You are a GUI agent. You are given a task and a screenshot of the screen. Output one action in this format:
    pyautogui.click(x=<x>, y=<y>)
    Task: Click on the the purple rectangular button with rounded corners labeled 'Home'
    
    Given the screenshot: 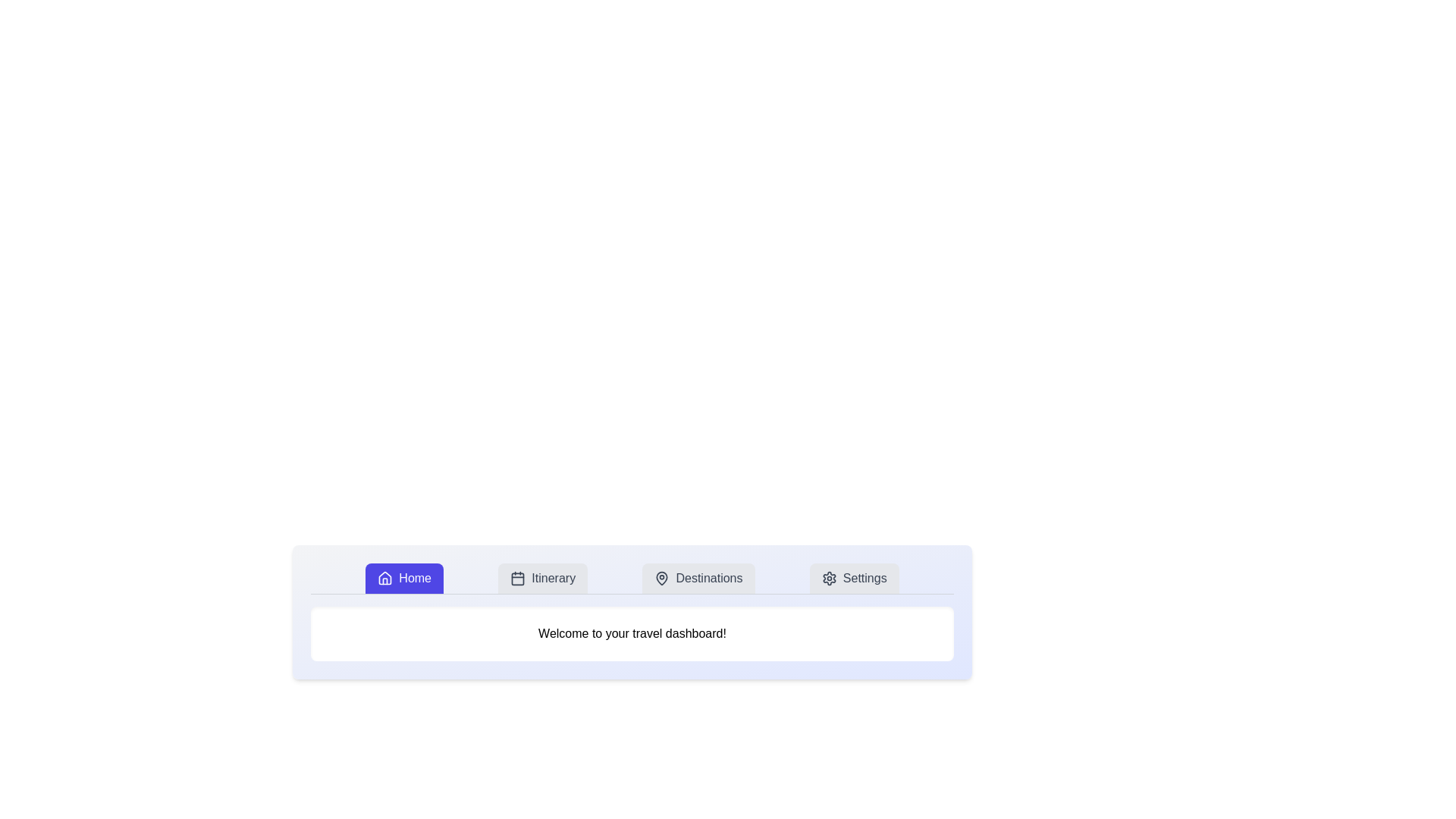 What is the action you would take?
    pyautogui.click(x=404, y=579)
    